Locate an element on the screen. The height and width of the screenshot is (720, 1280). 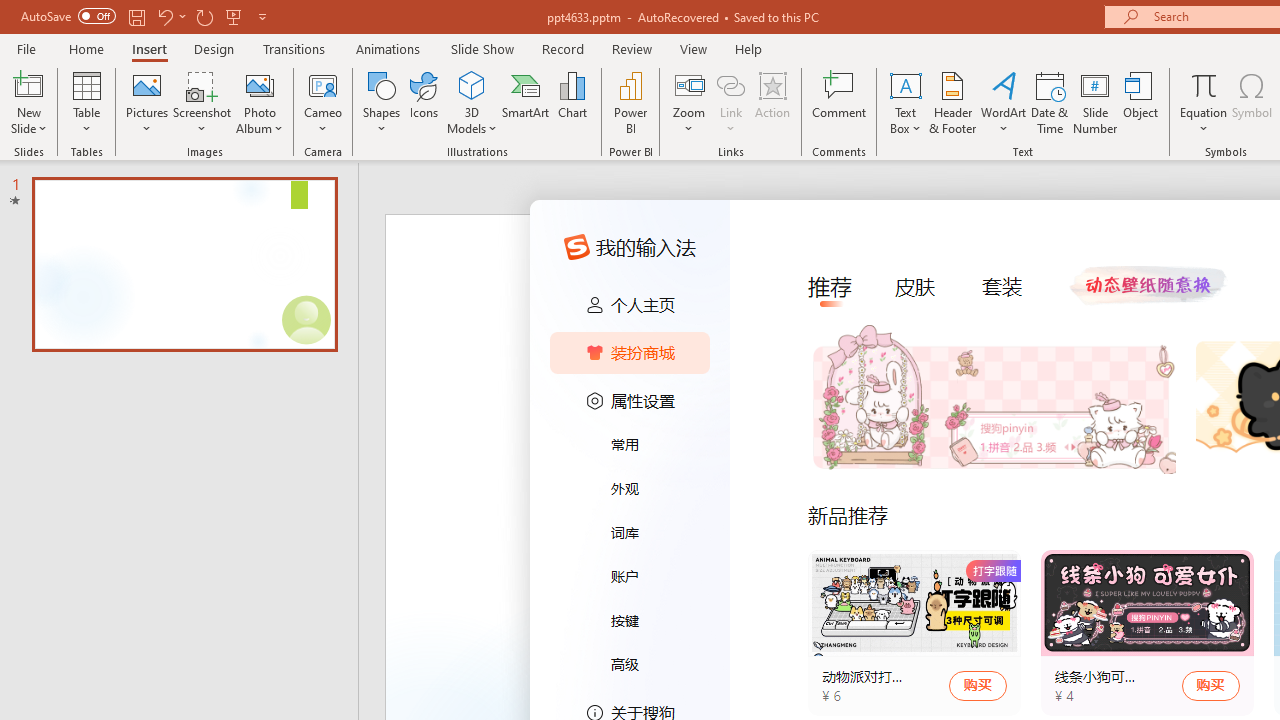
'New Photo Album...' is located at coordinates (258, 84).